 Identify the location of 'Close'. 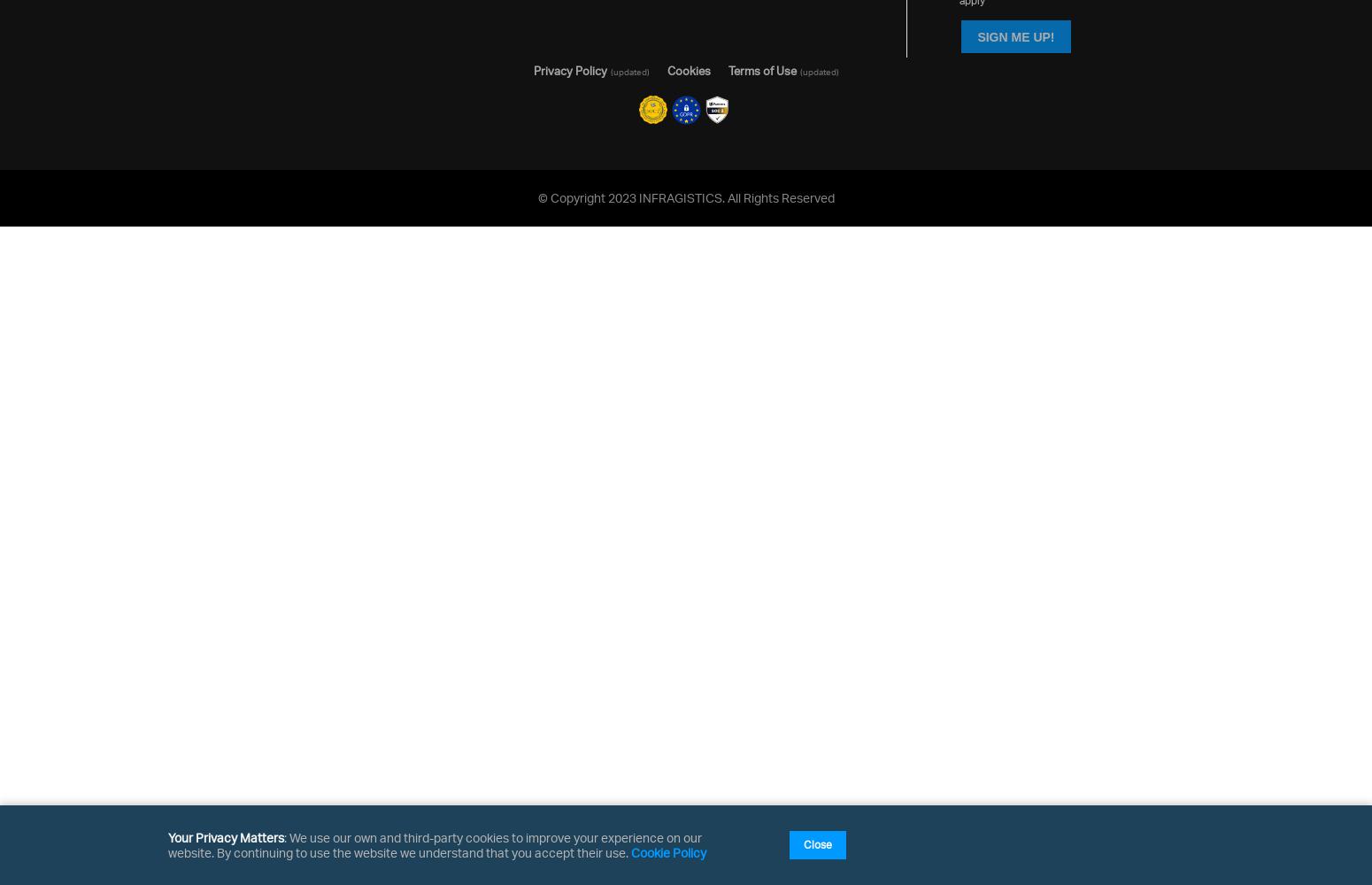
(817, 843).